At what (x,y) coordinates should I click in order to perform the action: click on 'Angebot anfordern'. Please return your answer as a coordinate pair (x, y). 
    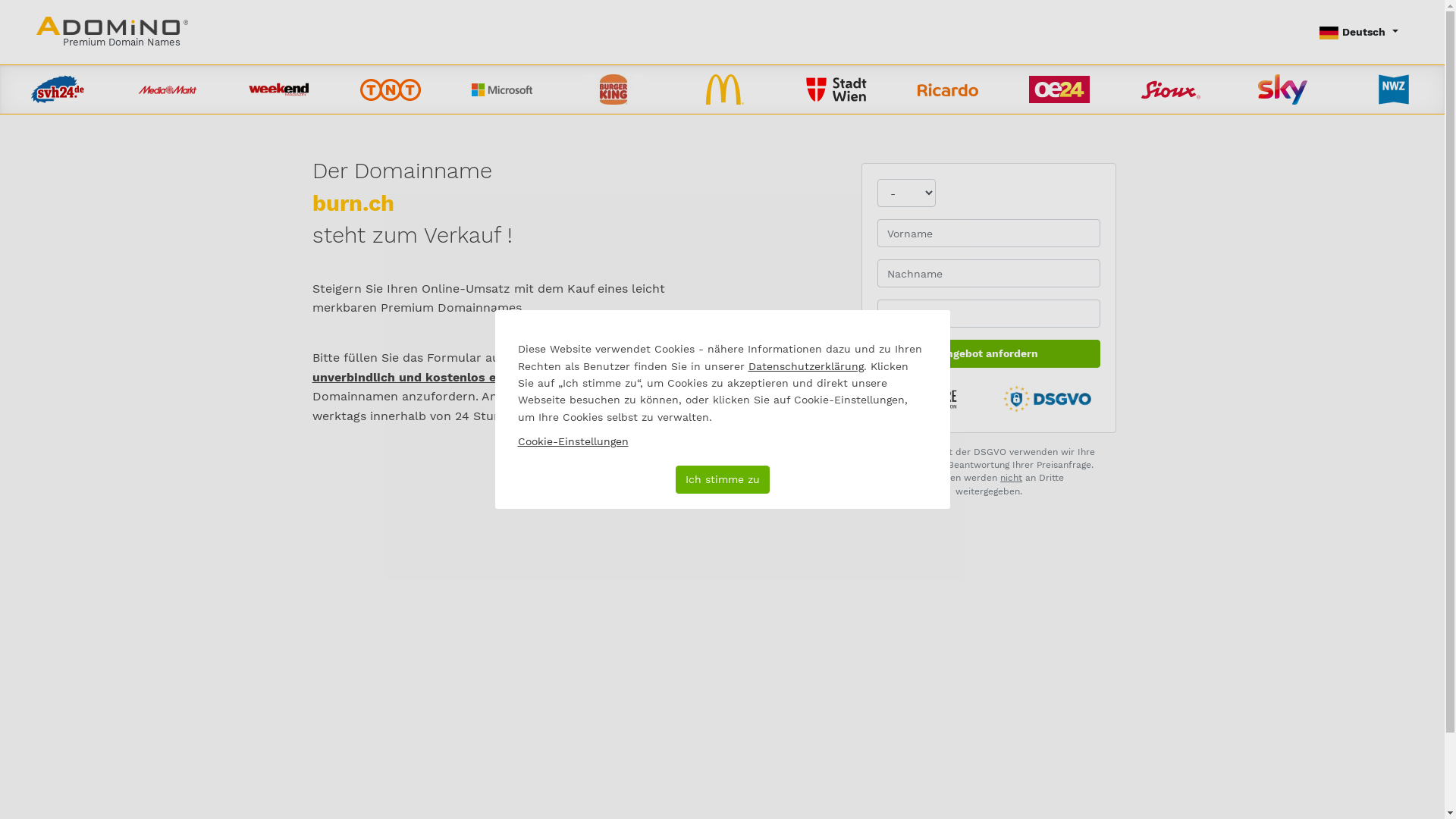
    Looking at the image, I should click on (989, 353).